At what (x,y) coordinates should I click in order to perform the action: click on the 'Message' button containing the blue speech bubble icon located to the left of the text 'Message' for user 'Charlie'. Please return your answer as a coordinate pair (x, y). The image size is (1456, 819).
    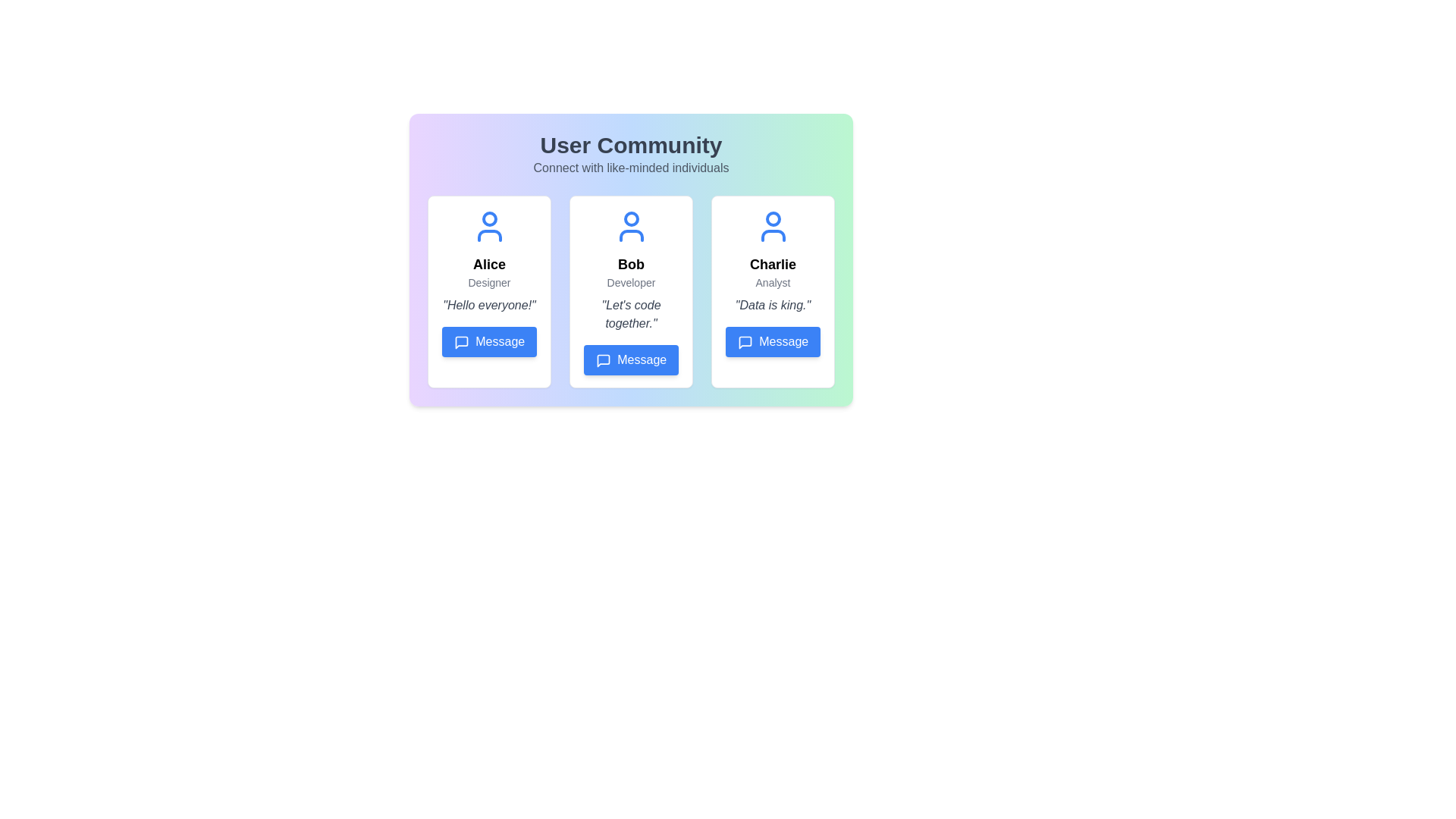
    Looking at the image, I should click on (745, 342).